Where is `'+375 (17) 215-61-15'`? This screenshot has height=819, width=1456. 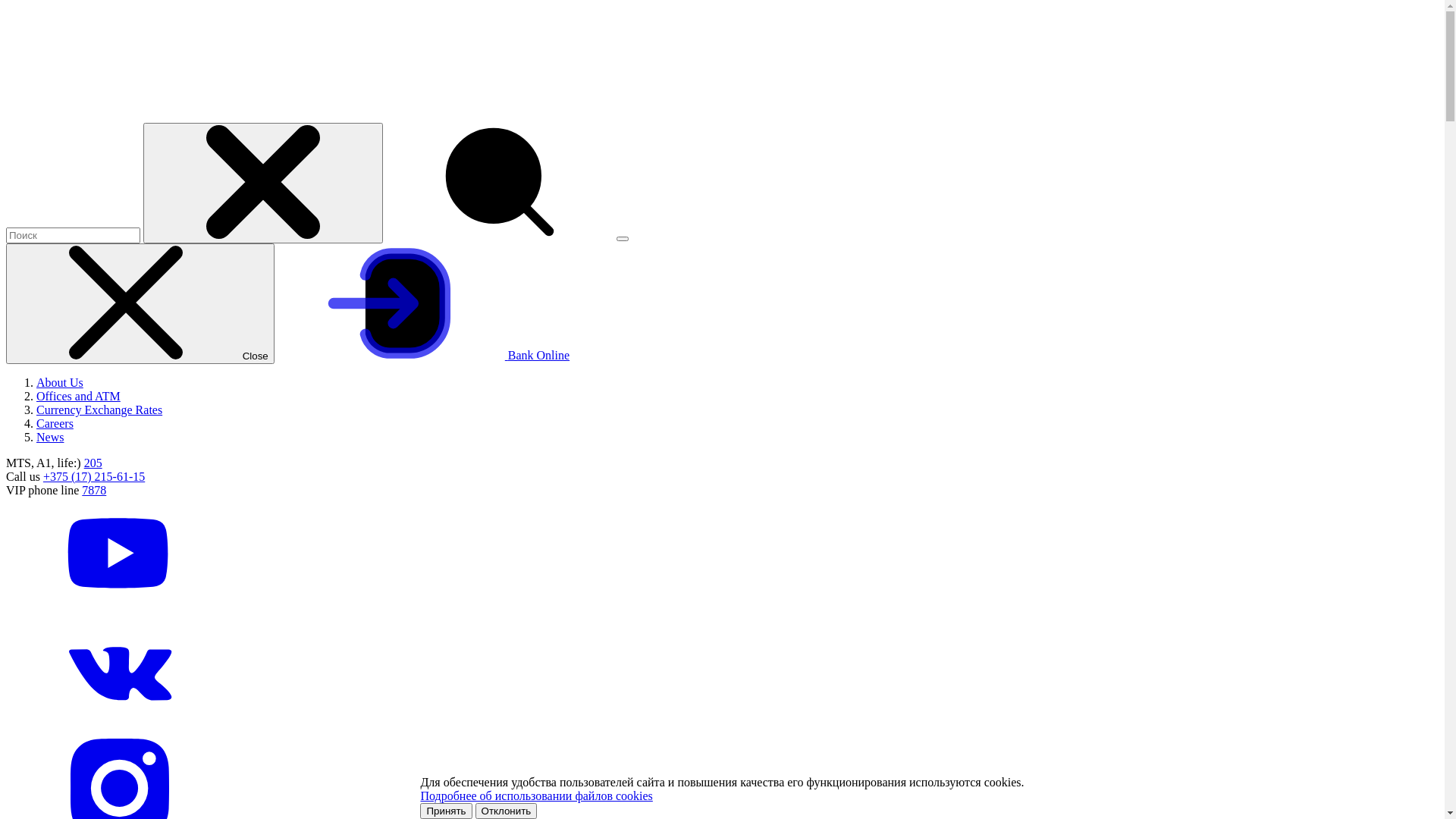
'+375 (17) 215-61-15' is located at coordinates (93, 475).